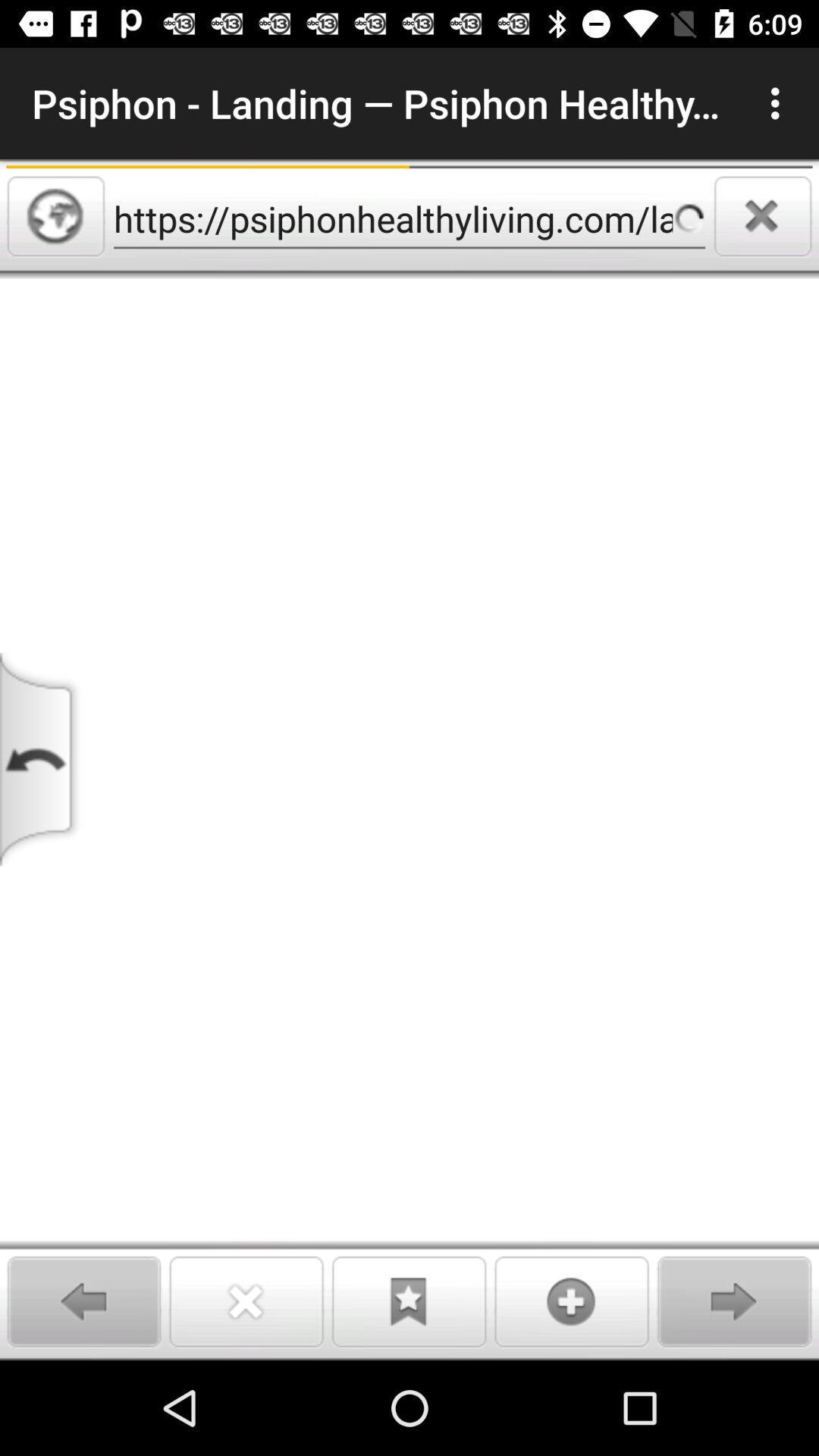 The width and height of the screenshot is (819, 1456). Describe the element at coordinates (733, 1301) in the screenshot. I see `the arrow_forward icon` at that location.